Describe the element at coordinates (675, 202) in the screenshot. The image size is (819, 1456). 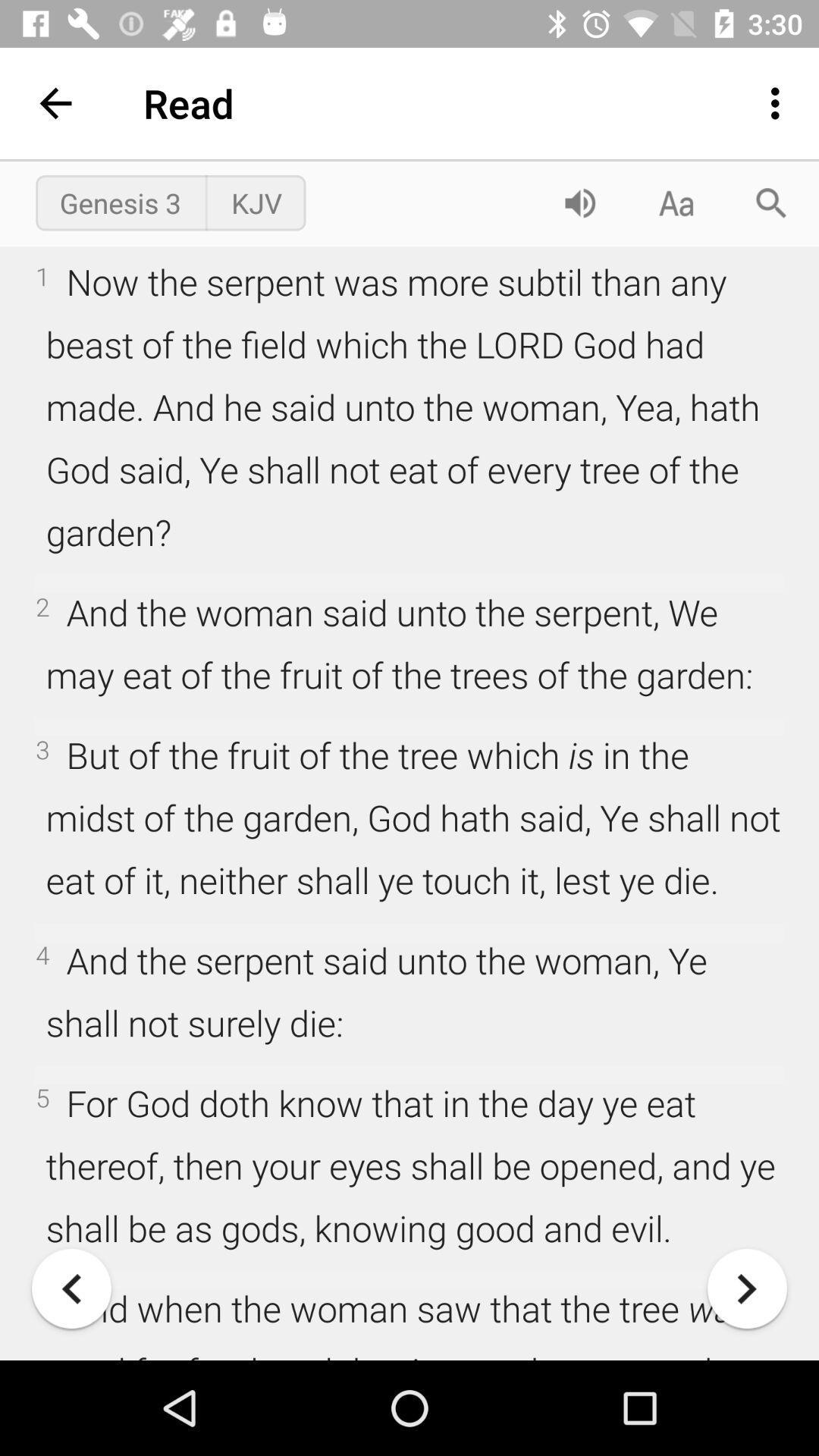
I see `edit text size` at that location.